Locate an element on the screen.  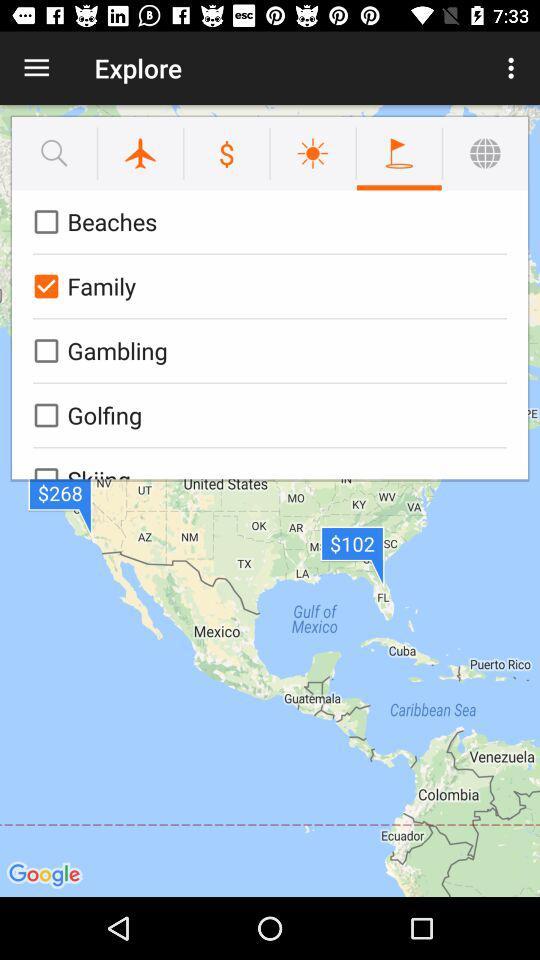
skiing item is located at coordinates (266, 463).